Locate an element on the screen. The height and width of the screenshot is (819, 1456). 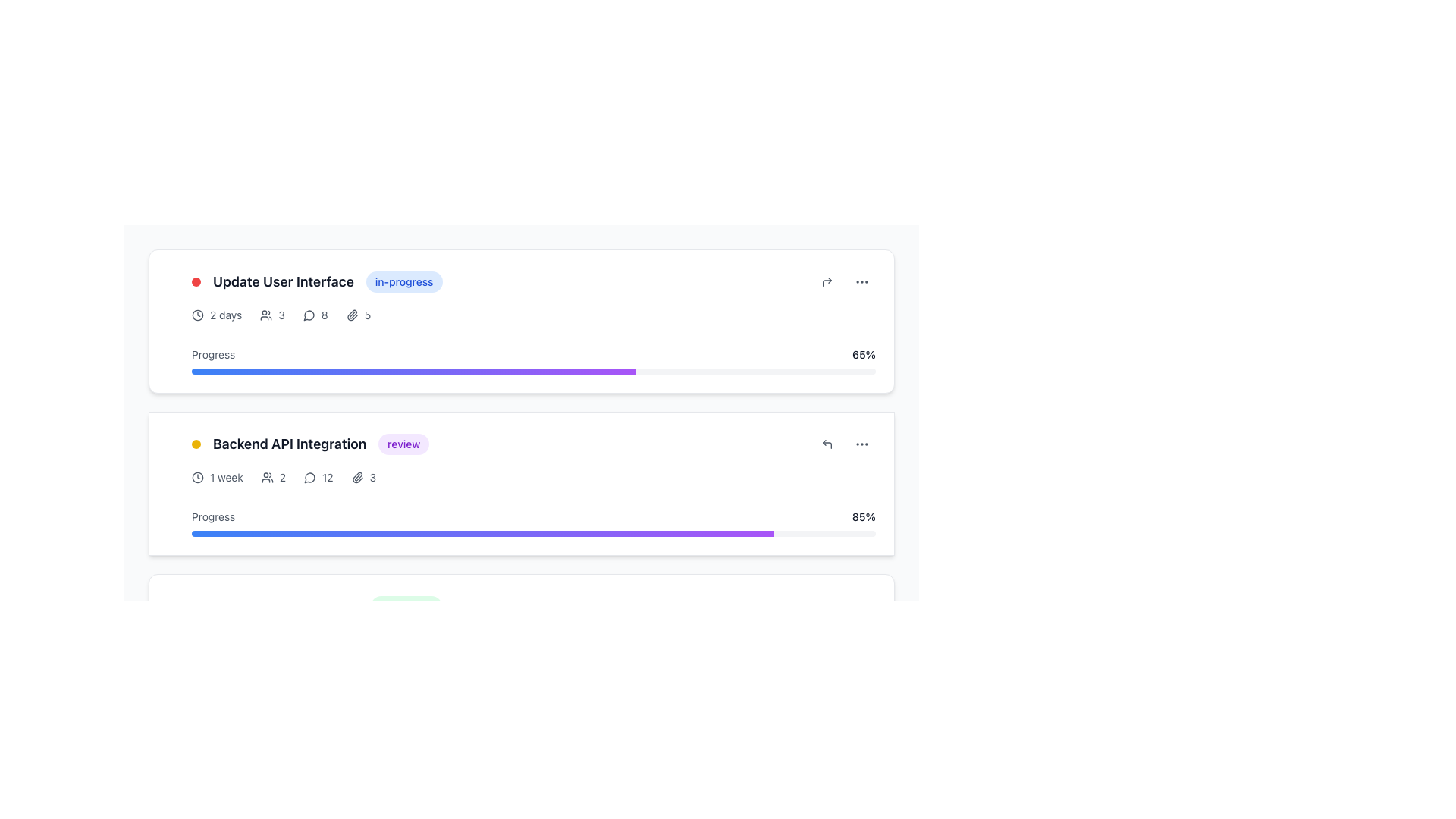
the Card Header Element with the title 'Update User Interface' and the label 'in-progress', which is the first task item in the vertical sequence of task cards is located at coordinates (316, 281).